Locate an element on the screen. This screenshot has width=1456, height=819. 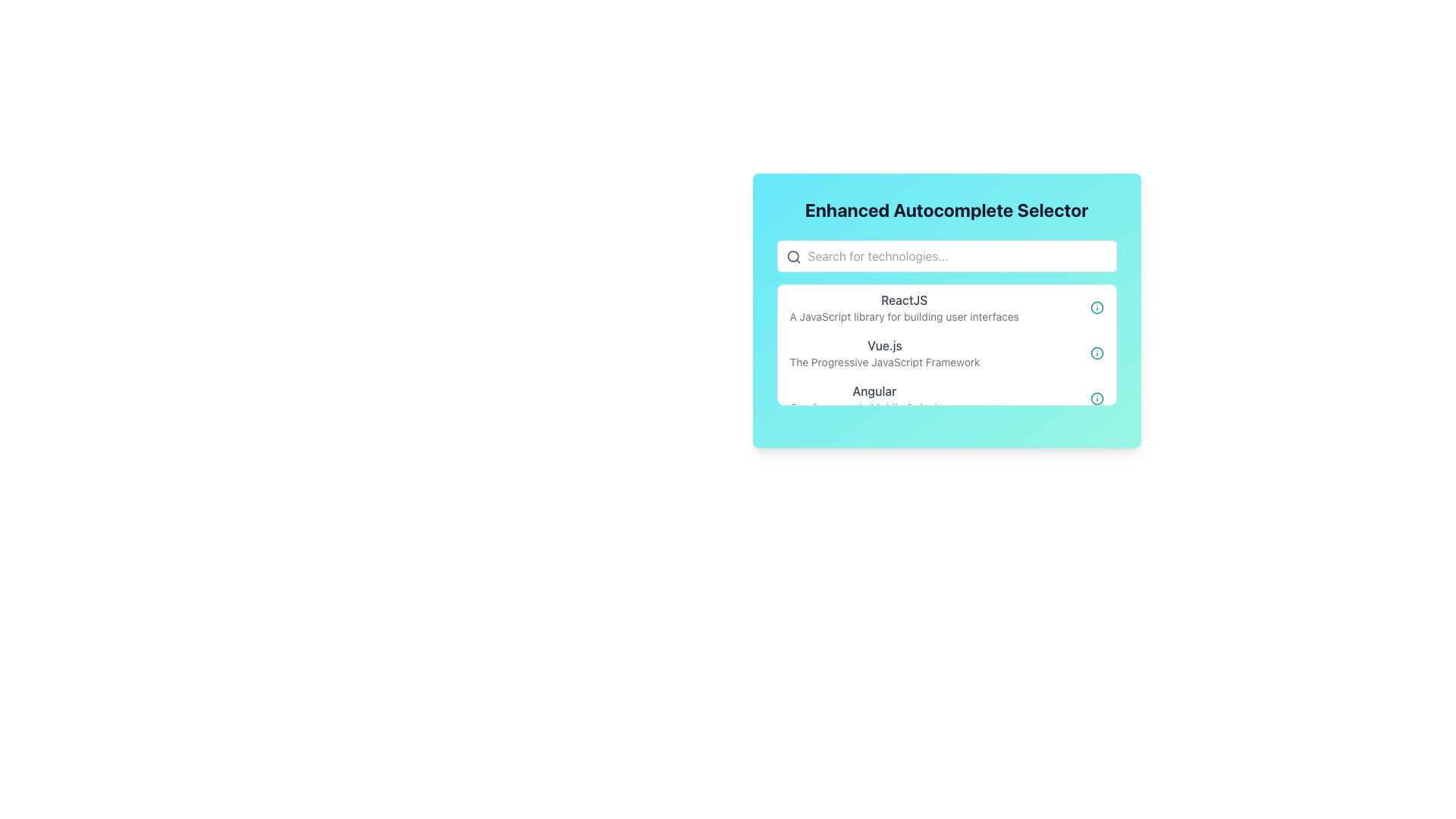
the text label that reads 'One framework. Mobile & desktop.' which is styled in a small, gray font and positioned beneath the 'Angular' title is located at coordinates (874, 406).